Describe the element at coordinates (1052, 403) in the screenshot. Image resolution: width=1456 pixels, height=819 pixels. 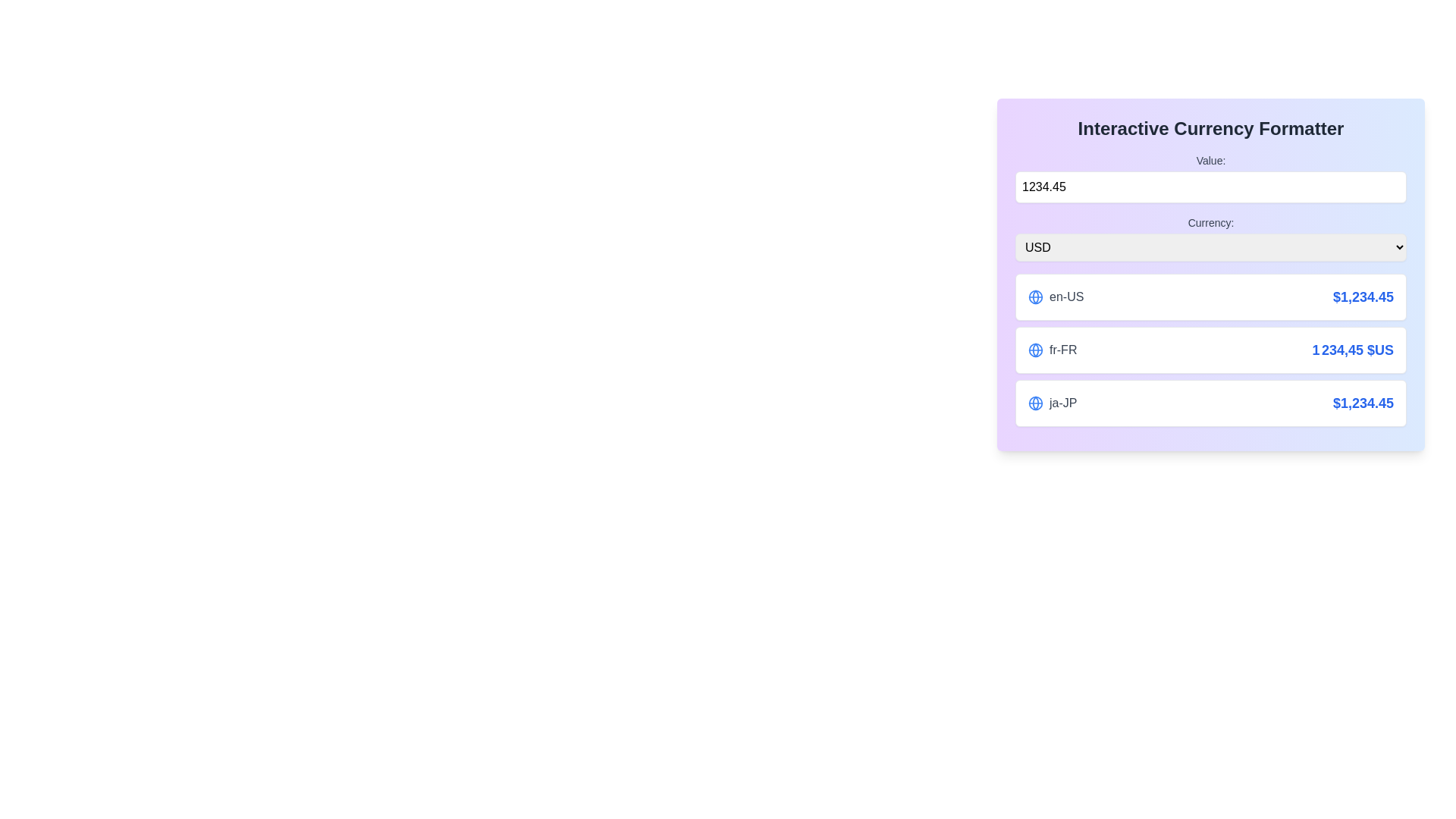
I see `the Japanese (Japan) icon-text pair` at that location.